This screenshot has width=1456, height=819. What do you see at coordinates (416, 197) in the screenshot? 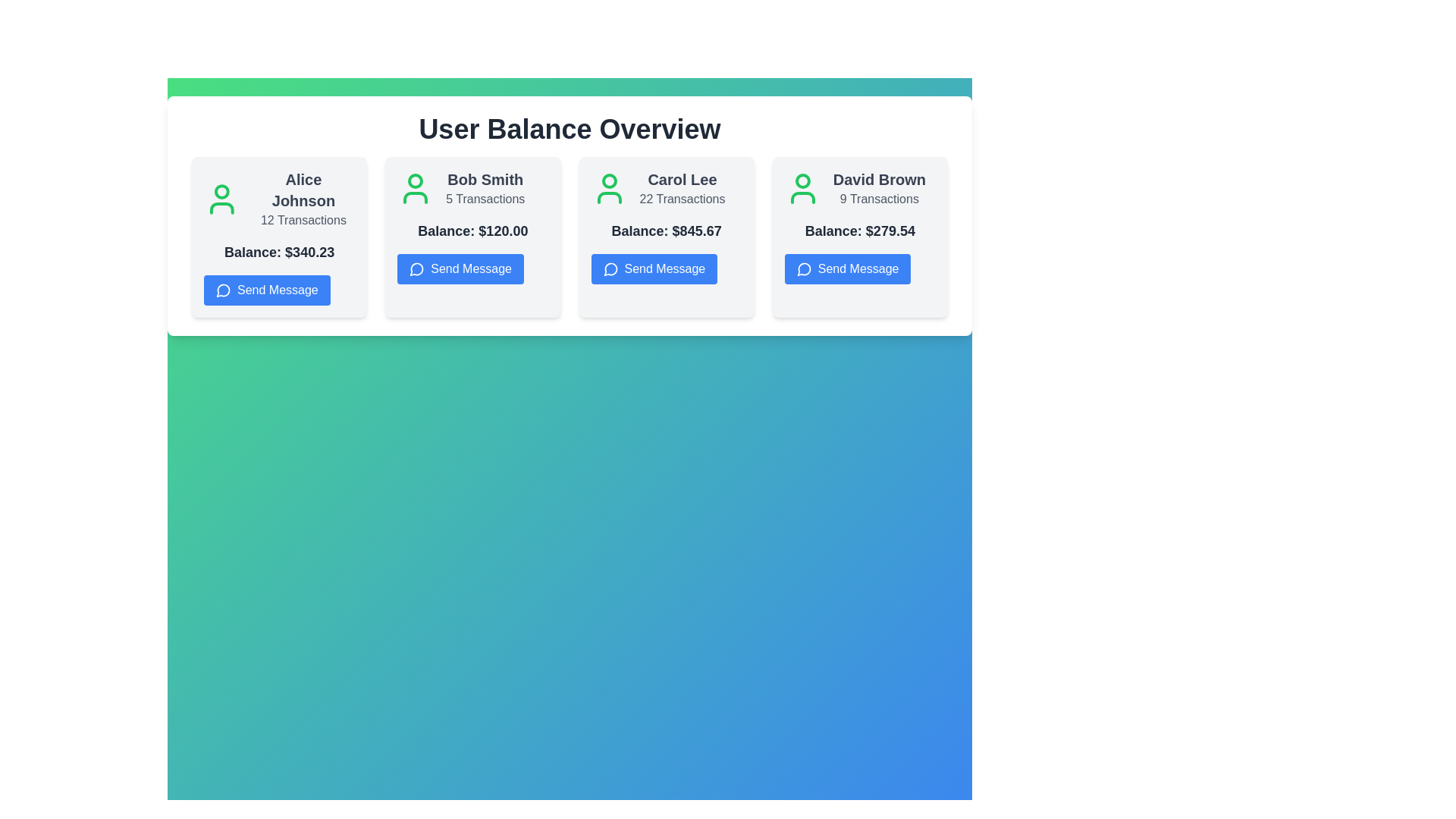
I see `the lower part of the green person icon, which is the curved bottom portion of the second user's avatar icon in the card grid layout` at bounding box center [416, 197].